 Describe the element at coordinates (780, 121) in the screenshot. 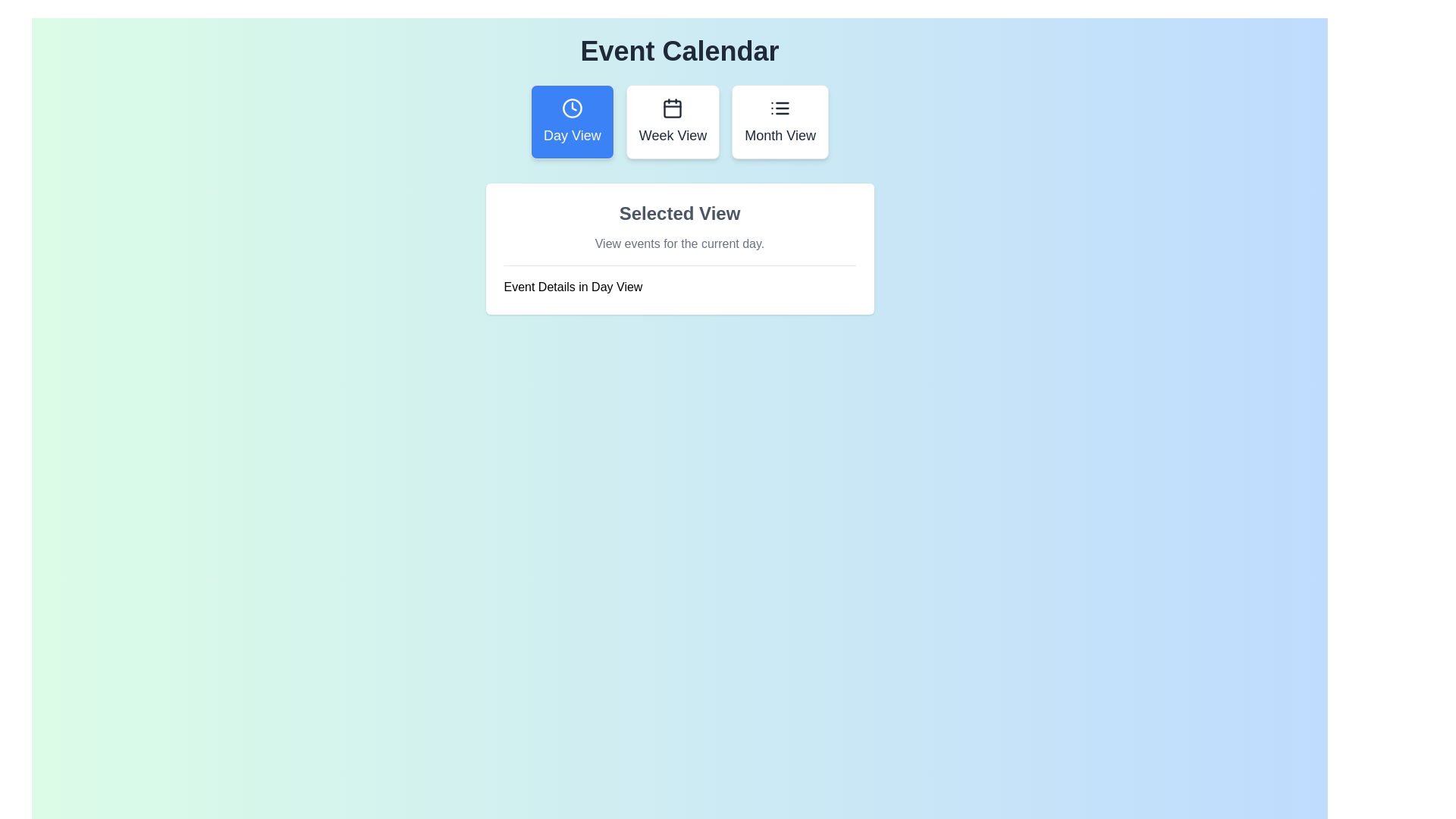

I see `the button labeled 'Month View' to observe its hover effect` at that location.